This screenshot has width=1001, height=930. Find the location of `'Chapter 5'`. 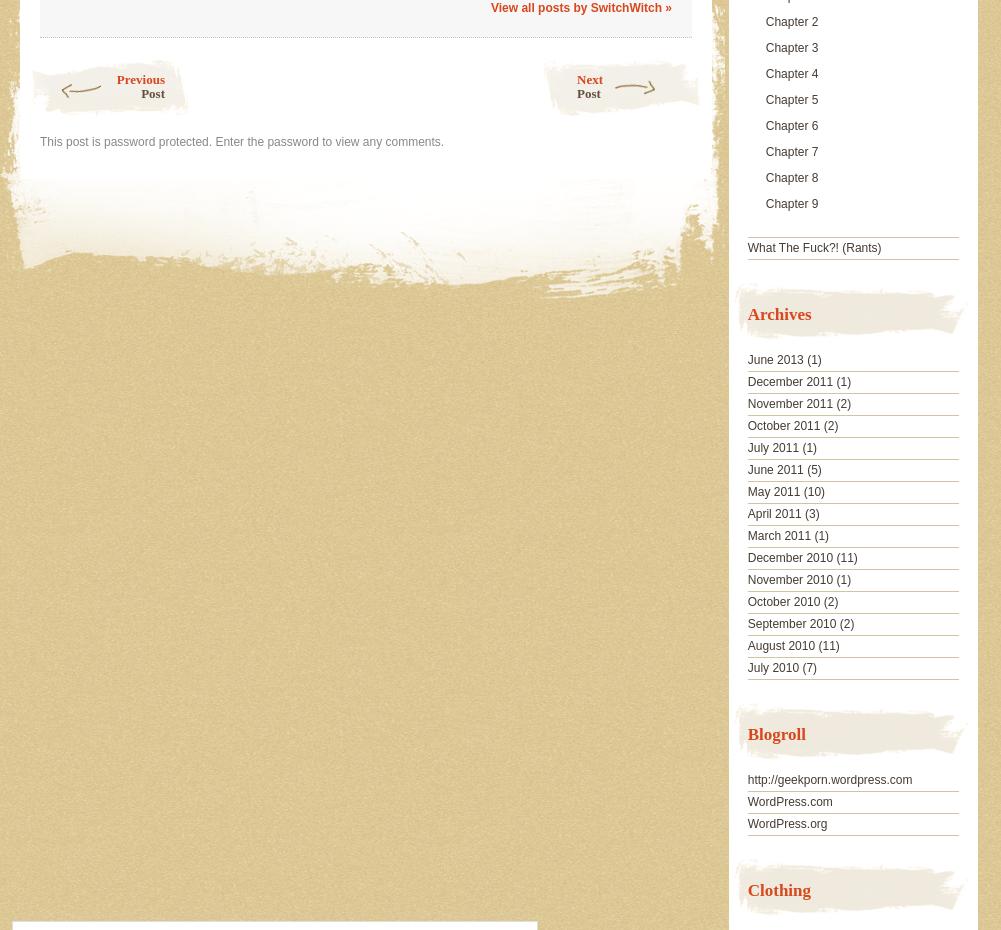

'Chapter 5' is located at coordinates (790, 99).